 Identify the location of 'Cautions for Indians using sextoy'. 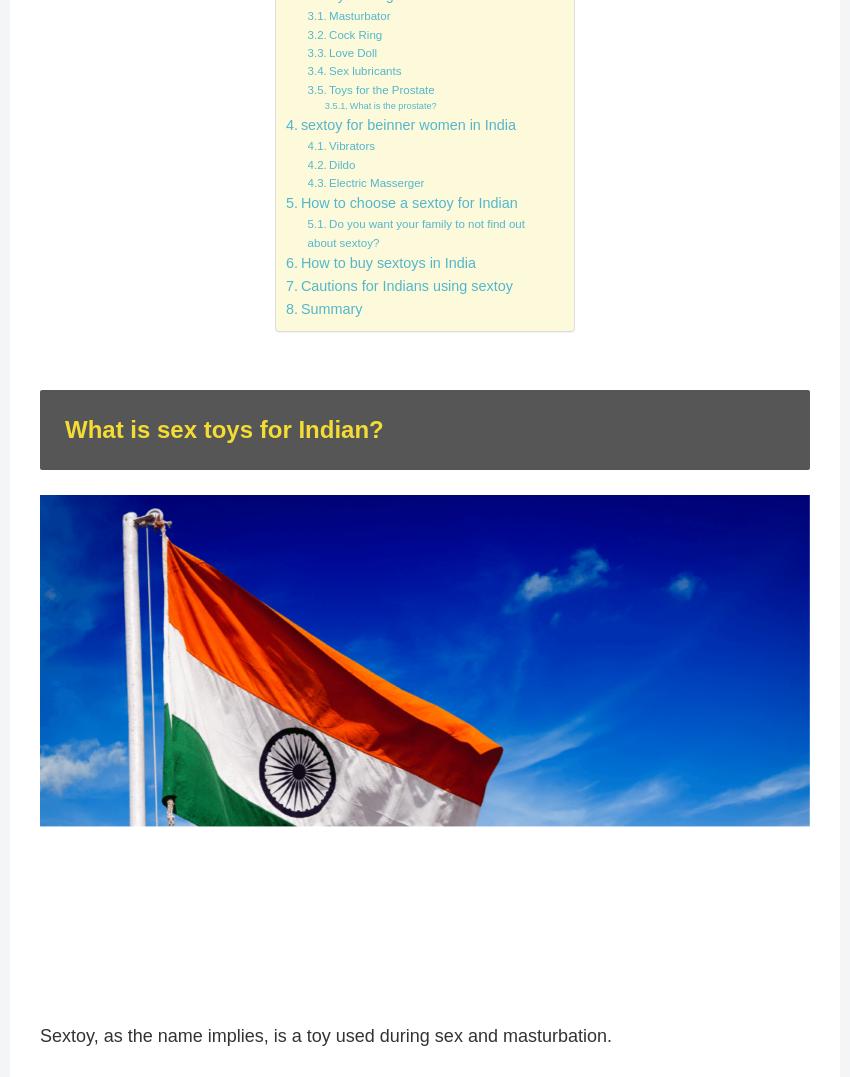
(405, 285).